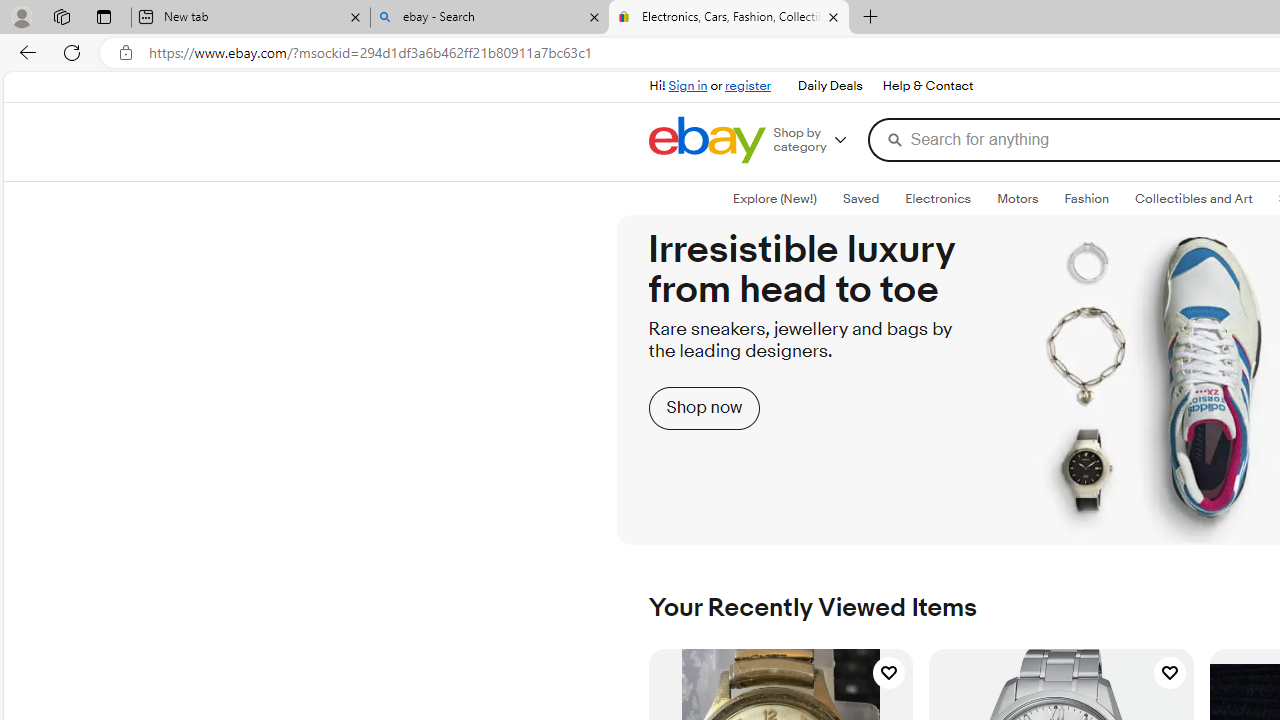 The height and width of the screenshot is (720, 1280). What do you see at coordinates (688, 85) in the screenshot?
I see `'Sign in'` at bounding box center [688, 85].